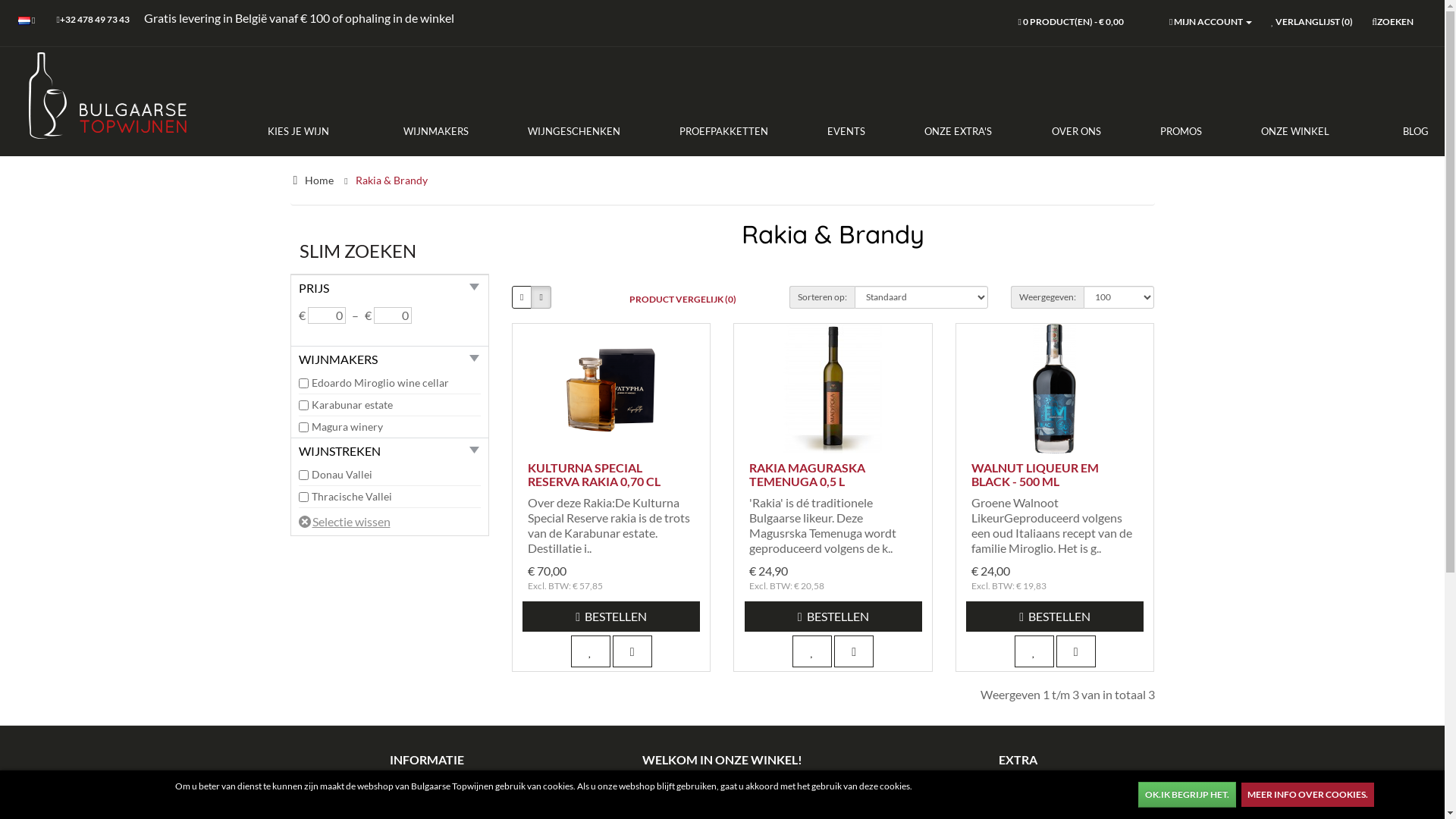 This screenshot has width=1456, height=819. I want to click on 'PROEFPAKKETTEN', so click(650, 130).